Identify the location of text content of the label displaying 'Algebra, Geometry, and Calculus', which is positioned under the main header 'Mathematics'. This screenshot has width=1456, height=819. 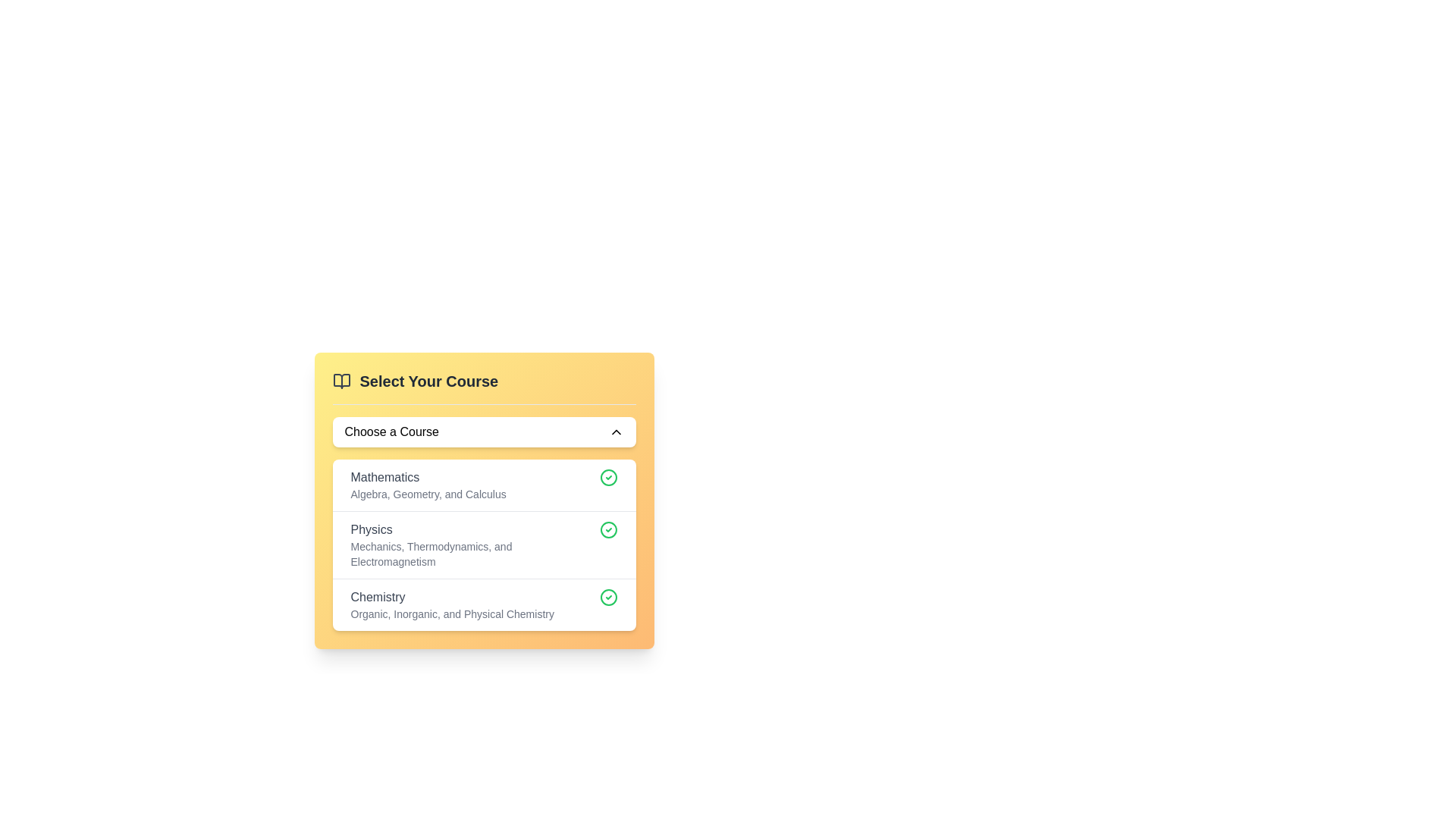
(428, 494).